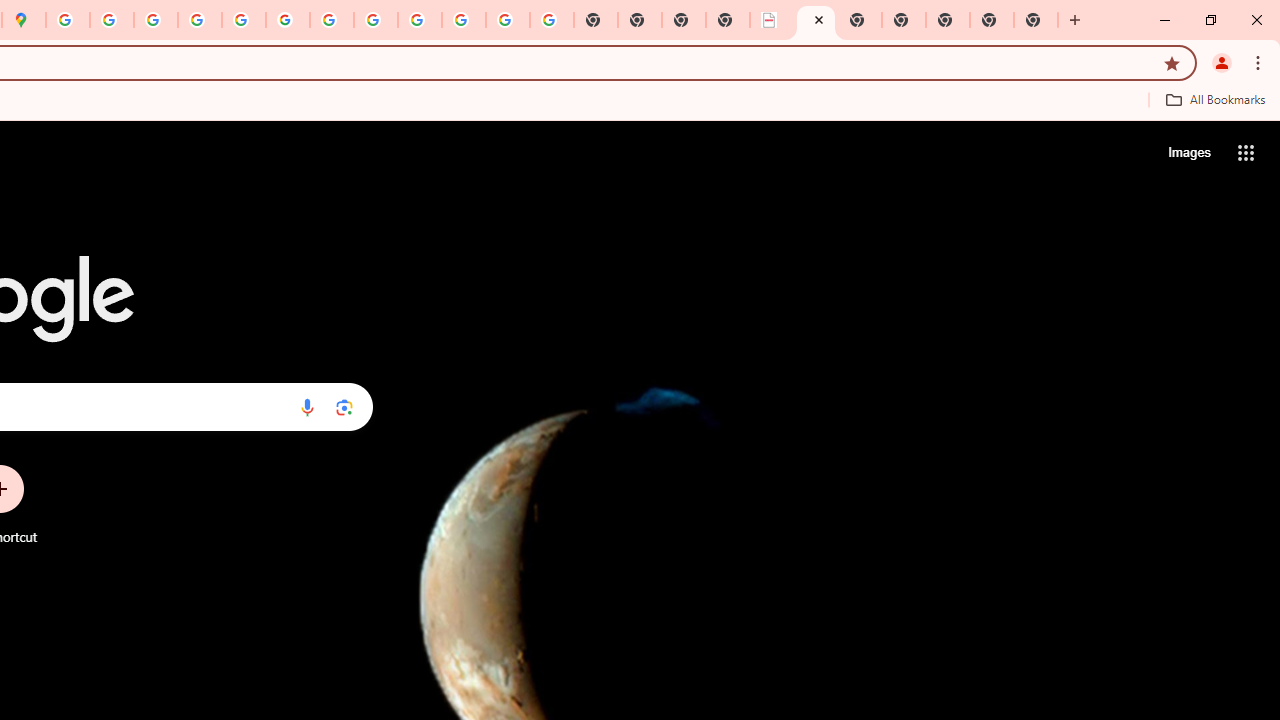  I want to click on 'Privacy Help Center - Policies Help', so click(199, 20).